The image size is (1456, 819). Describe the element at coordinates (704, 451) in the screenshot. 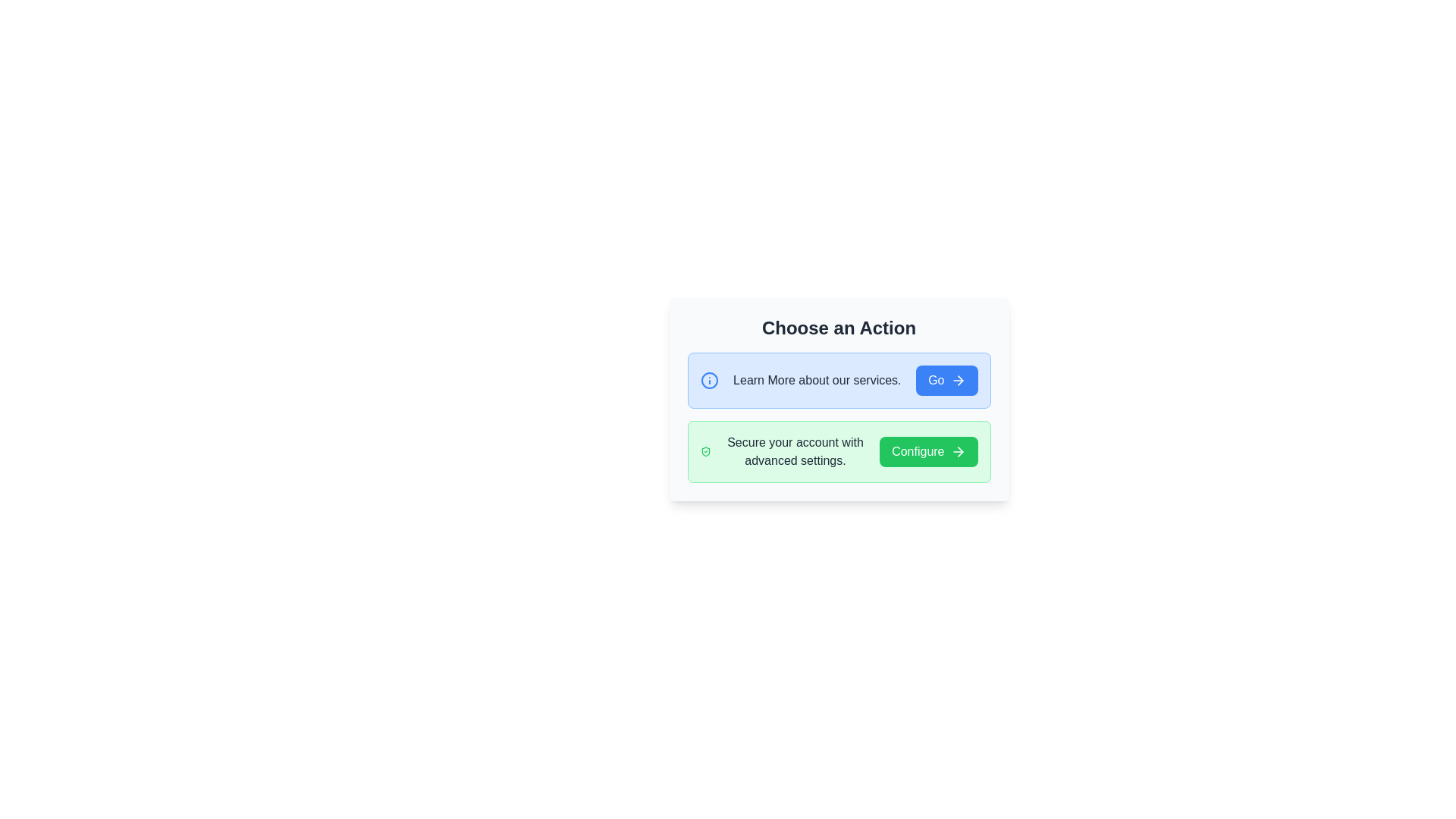

I see `the security icon, which is a shield with a green outline and a check mark, located at the left edge of the text block stating 'Secure your account with advanced settings'` at that location.